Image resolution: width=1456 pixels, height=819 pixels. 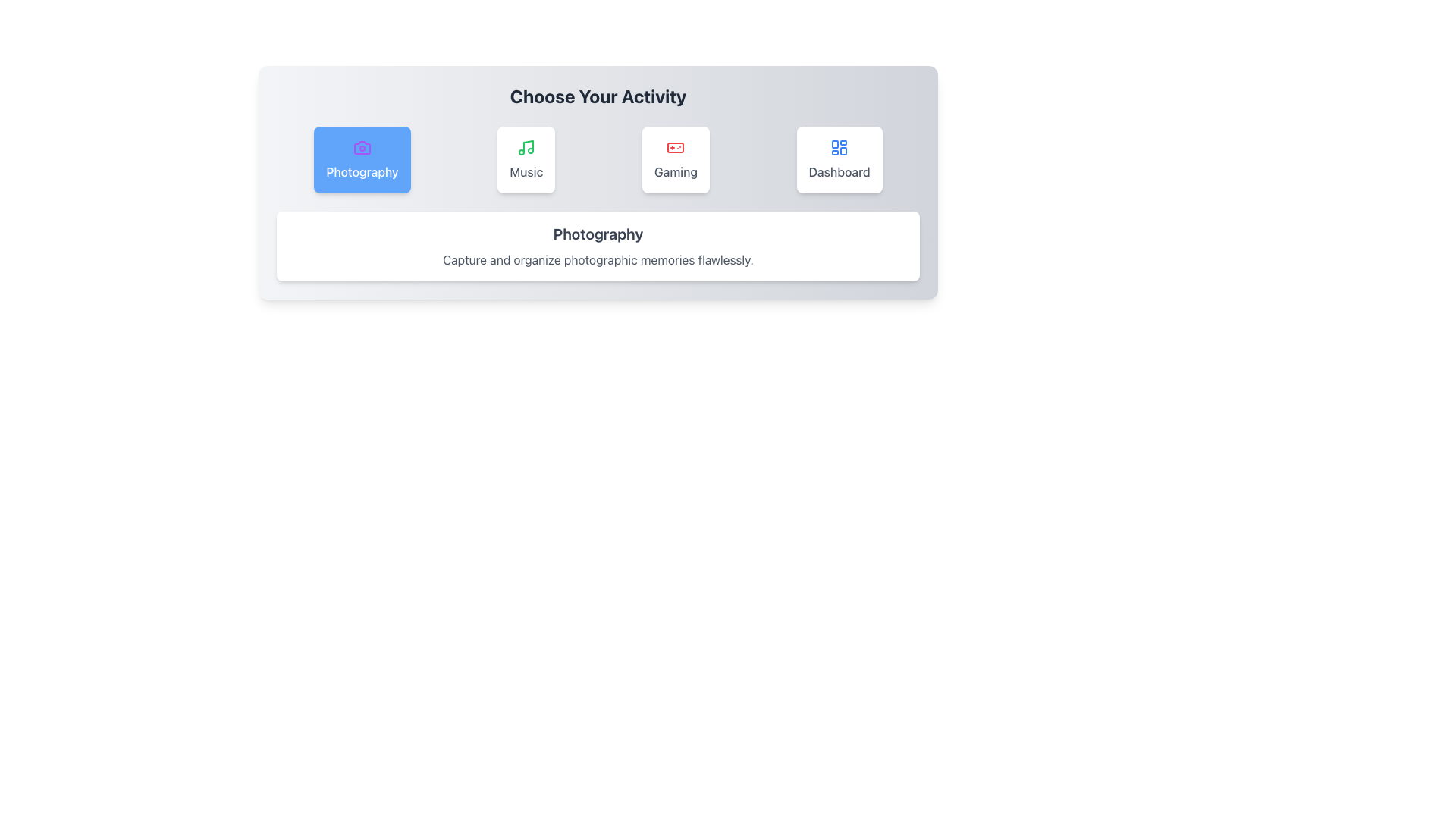 What do you see at coordinates (362, 160) in the screenshot?
I see `the first clickable button in the row under the heading 'Choose Your Activity'` at bounding box center [362, 160].